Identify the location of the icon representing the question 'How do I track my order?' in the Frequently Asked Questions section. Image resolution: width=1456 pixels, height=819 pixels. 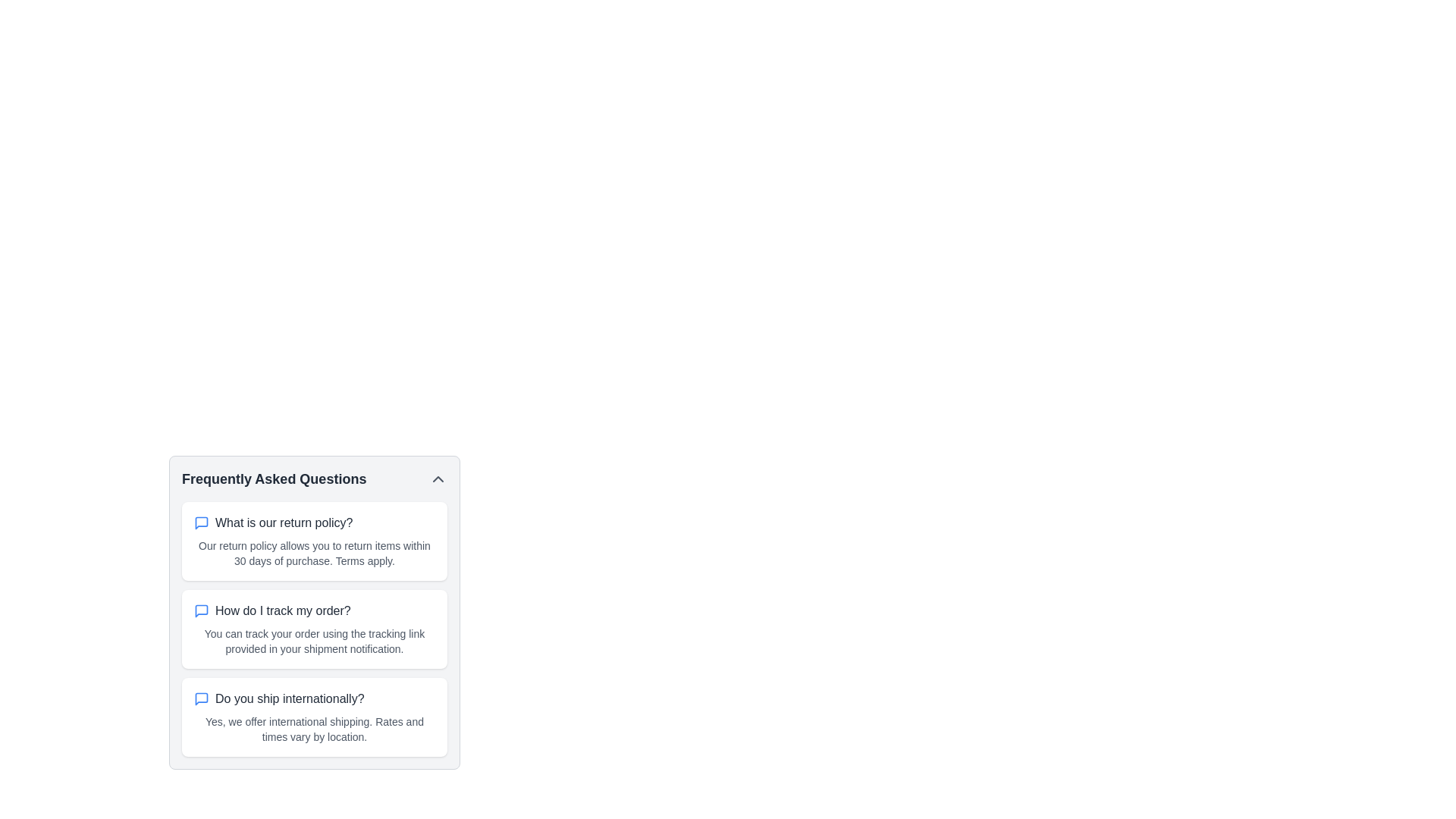
(200, 610).